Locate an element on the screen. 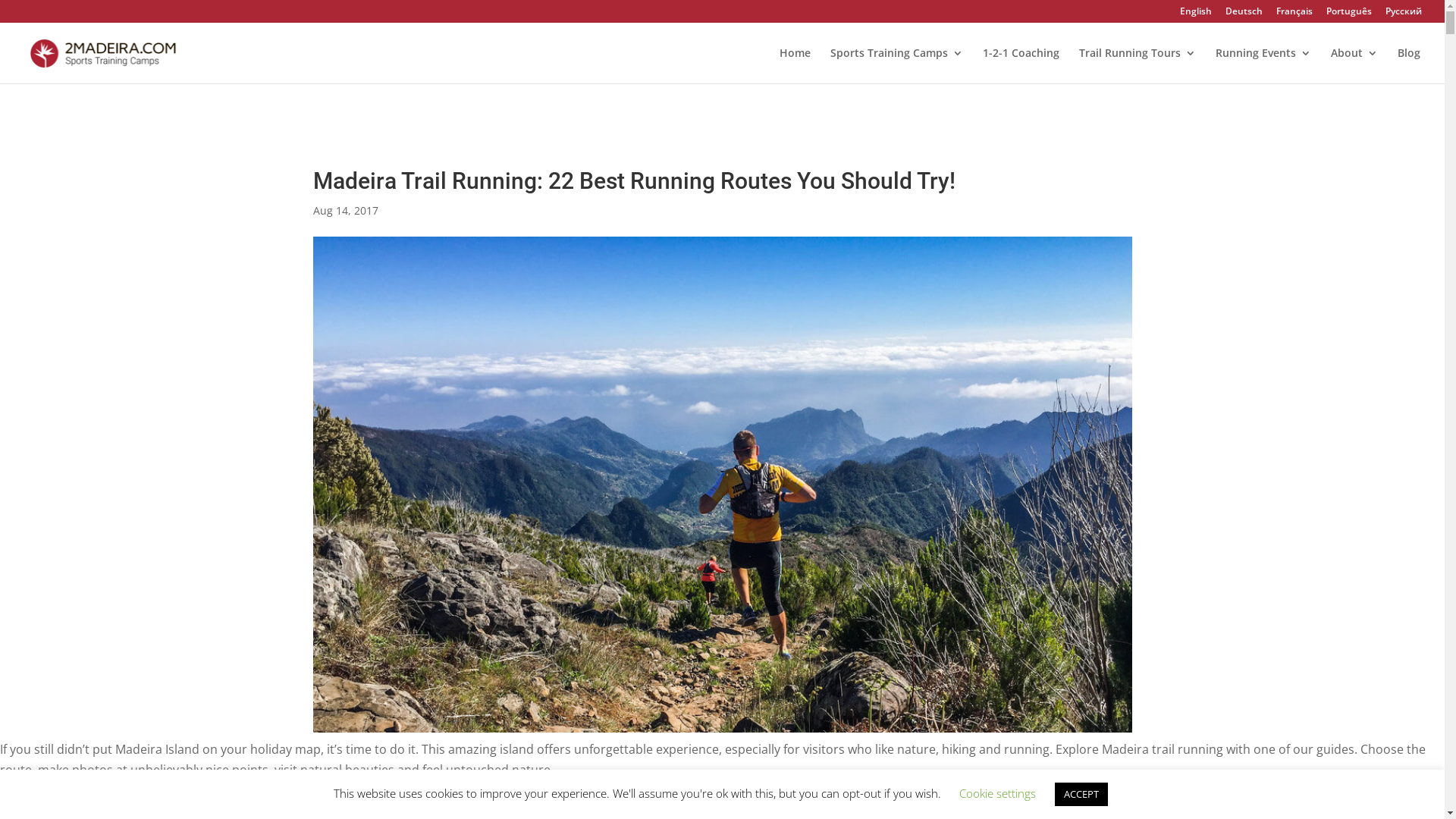 This screenshot has height=819, width=1456. 'Running Events' is located at coordinates (1263, 64).